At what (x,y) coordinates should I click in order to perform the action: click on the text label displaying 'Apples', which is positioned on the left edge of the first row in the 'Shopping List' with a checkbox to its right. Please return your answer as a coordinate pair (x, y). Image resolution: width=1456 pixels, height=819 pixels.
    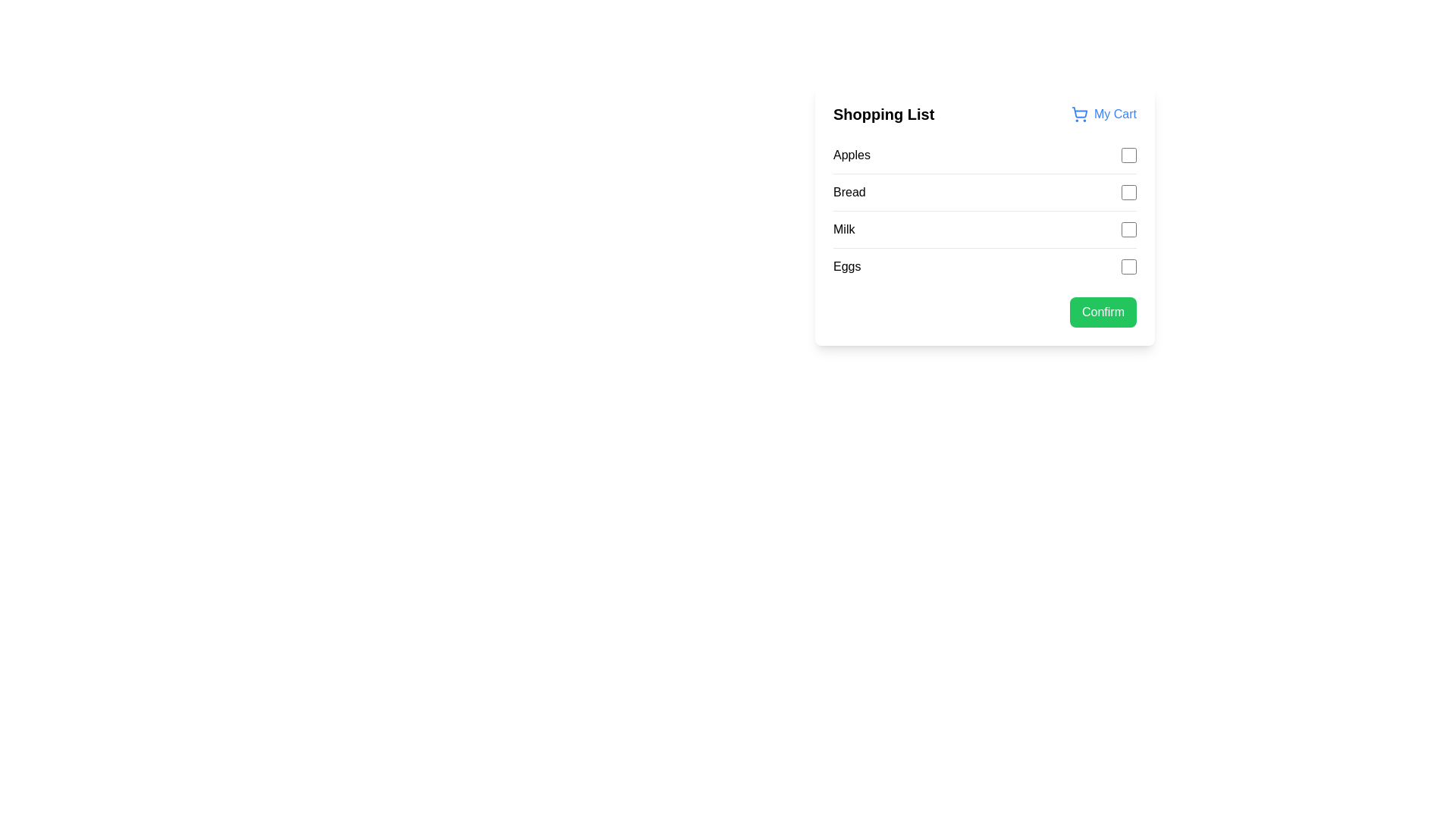
    Looking at the image, I should click on (852, 155).